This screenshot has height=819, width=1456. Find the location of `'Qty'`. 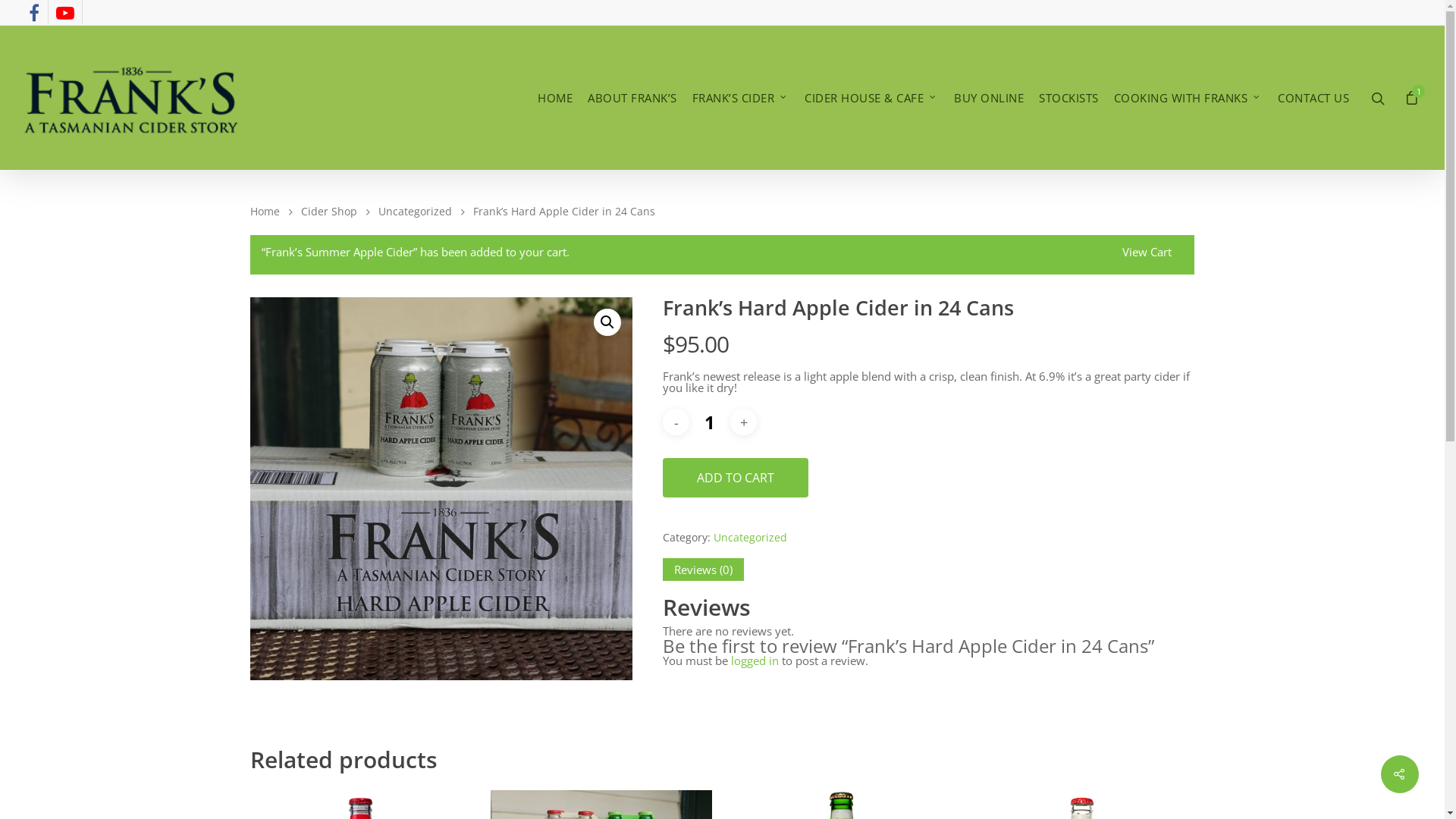

'Qty' is located at coordinates (691, 422).